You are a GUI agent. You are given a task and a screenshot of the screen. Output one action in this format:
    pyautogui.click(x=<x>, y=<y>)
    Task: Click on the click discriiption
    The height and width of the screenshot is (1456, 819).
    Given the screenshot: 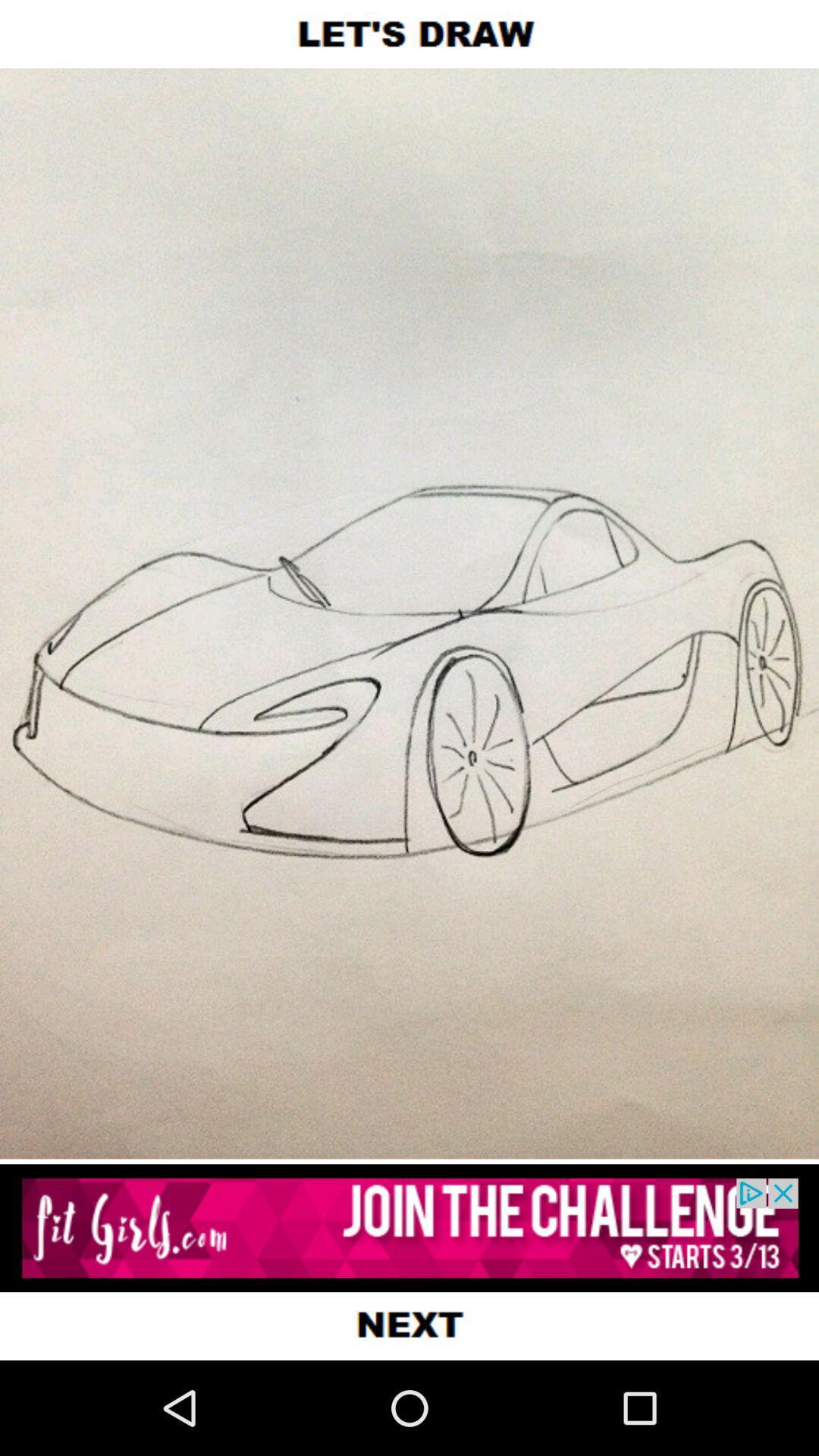 What is the action you would take?
    pyautogui.click(x=409, y=1228)
    